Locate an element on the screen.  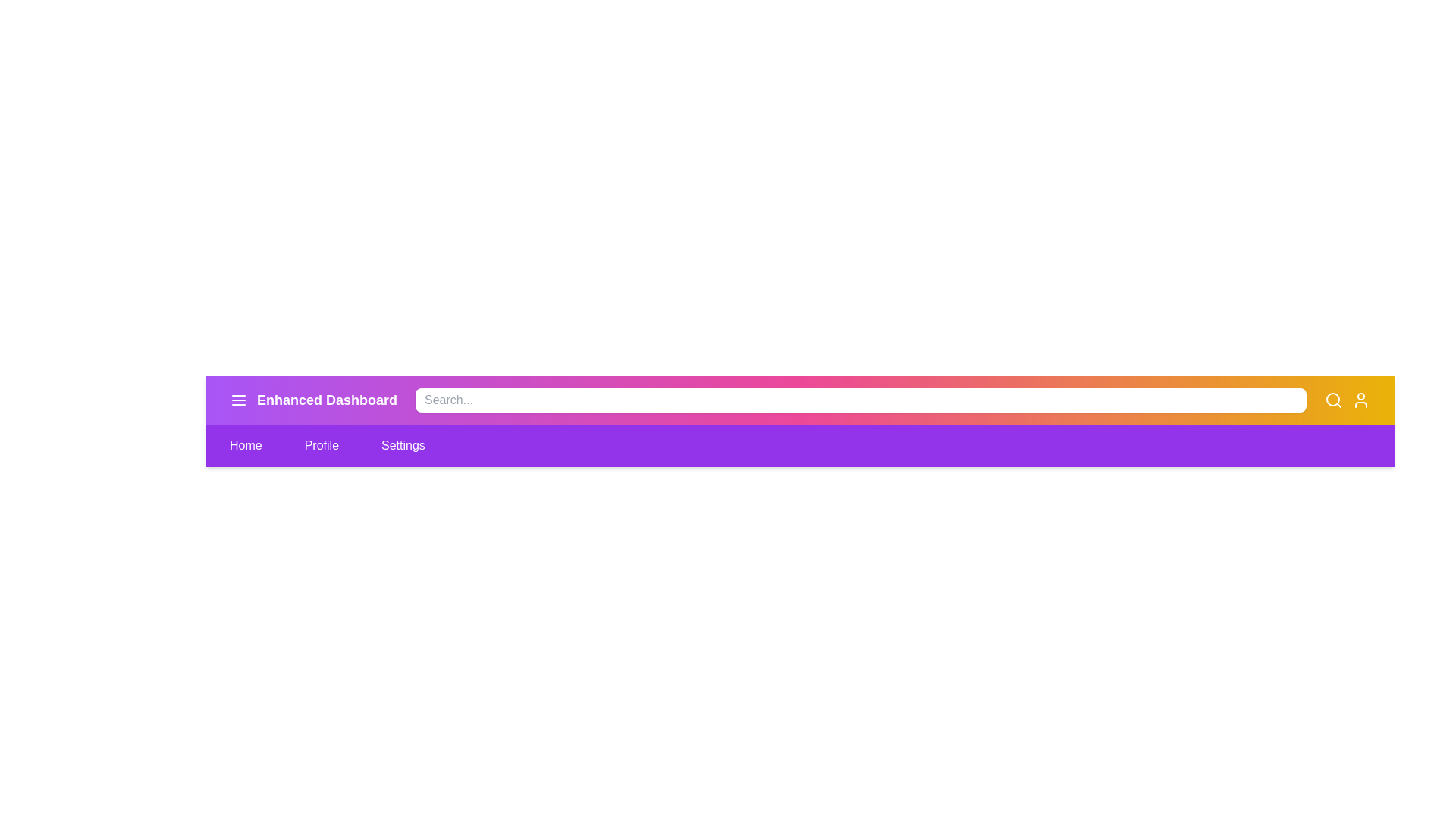
the menu item Home to highlight it is located at coordinates (246, 444).